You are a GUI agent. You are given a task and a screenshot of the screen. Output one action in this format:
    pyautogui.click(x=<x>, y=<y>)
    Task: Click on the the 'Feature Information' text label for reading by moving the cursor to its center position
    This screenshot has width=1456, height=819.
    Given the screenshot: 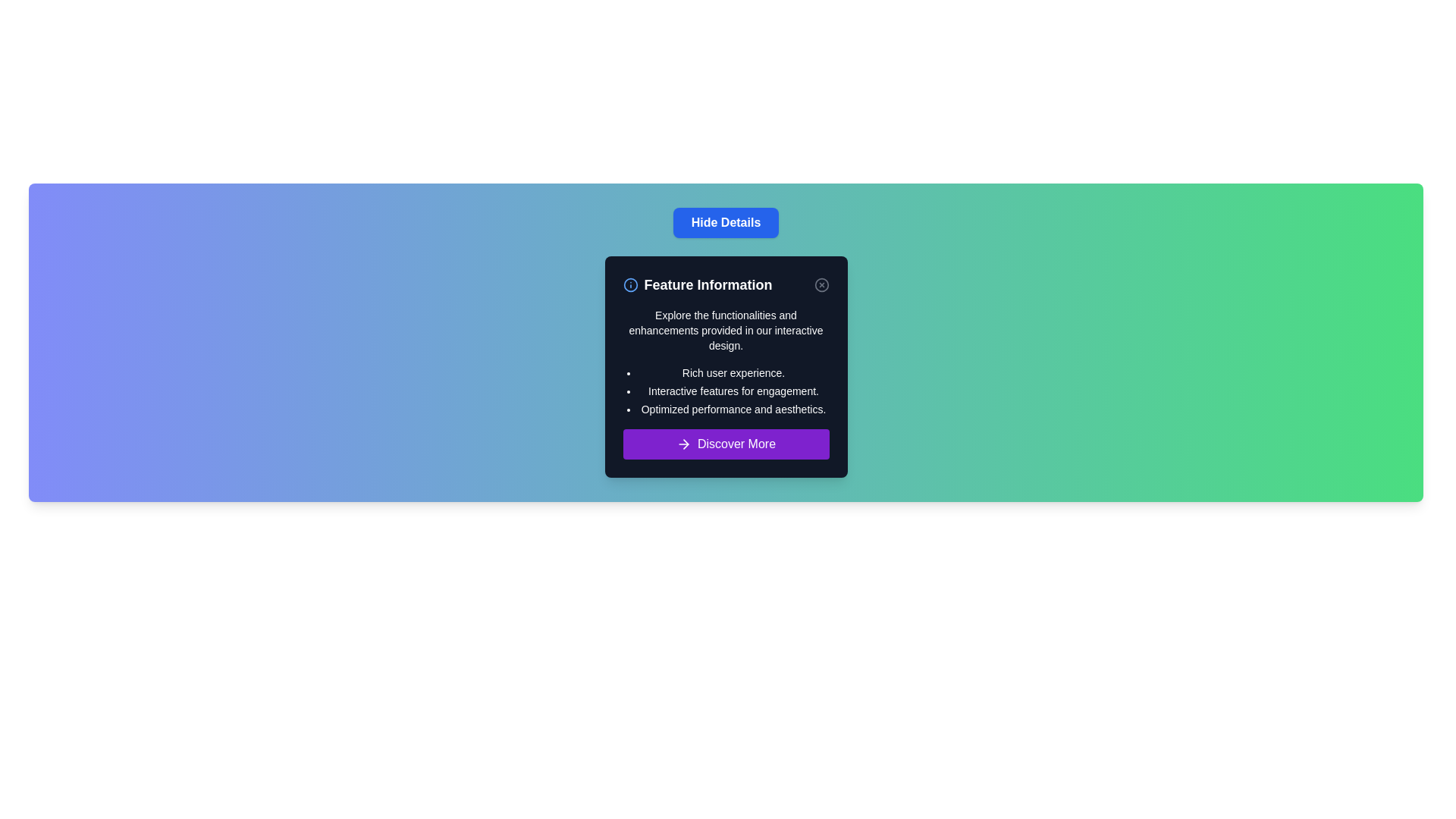 What is the action you would take?
    pyautogui.click(x=697, y=284)
    